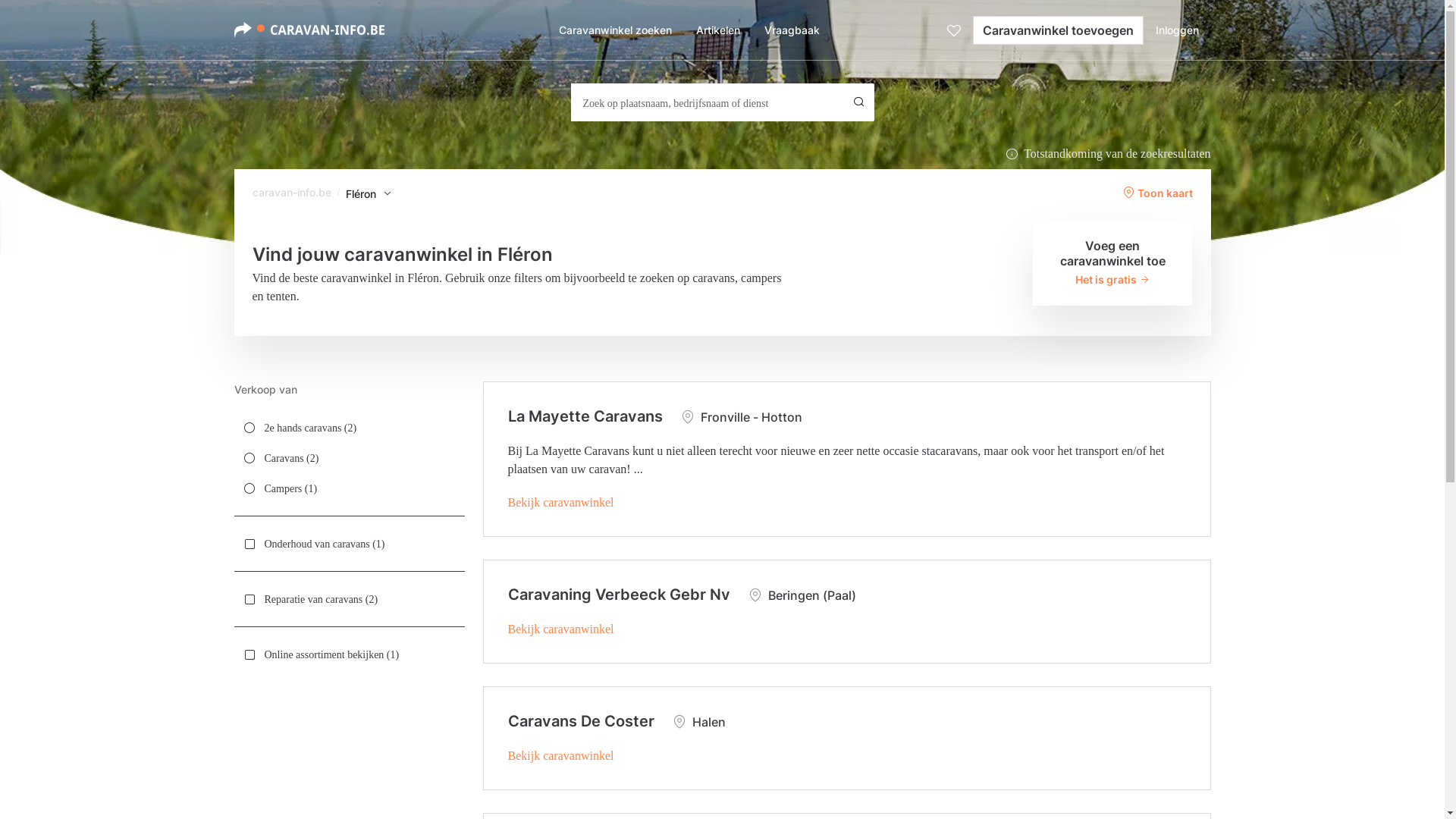  Describe the element at coordinates (291, 191) in the screenshot. I see `'caravan-info.be'` at that location.